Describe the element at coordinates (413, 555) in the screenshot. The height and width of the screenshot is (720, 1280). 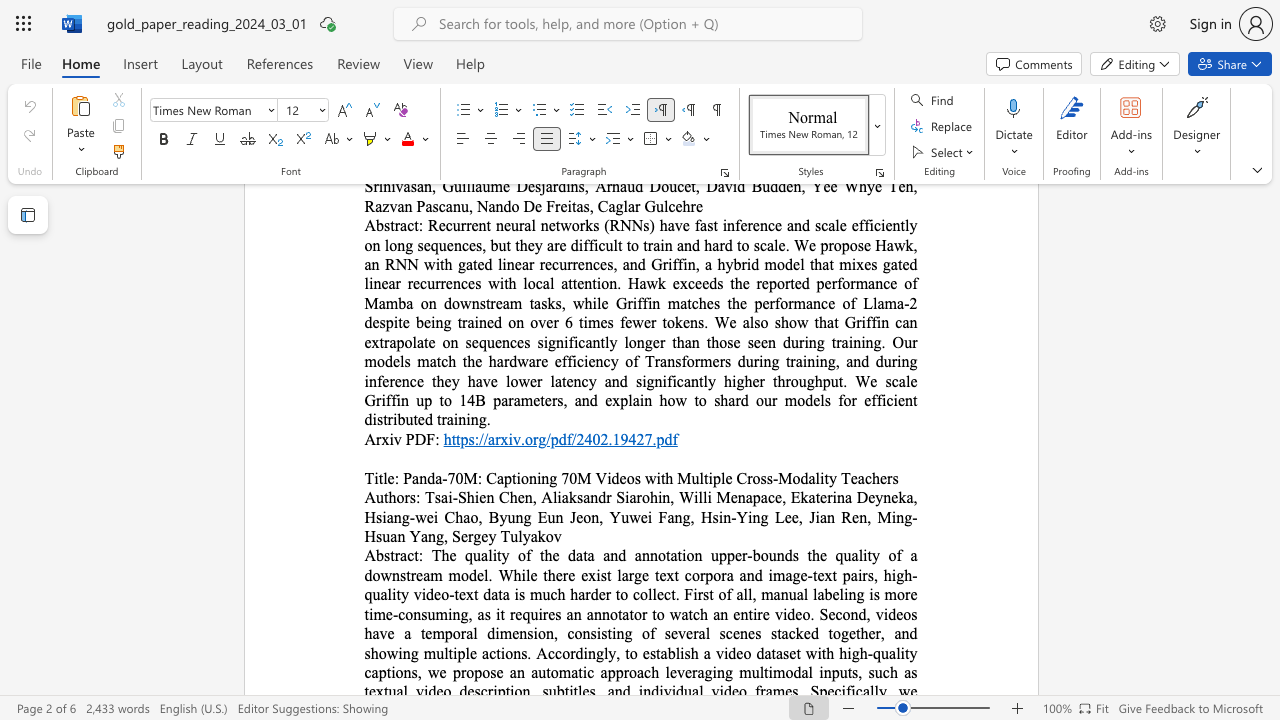
I see `the subset text "t:" within the text "Abstract:"` at that location.